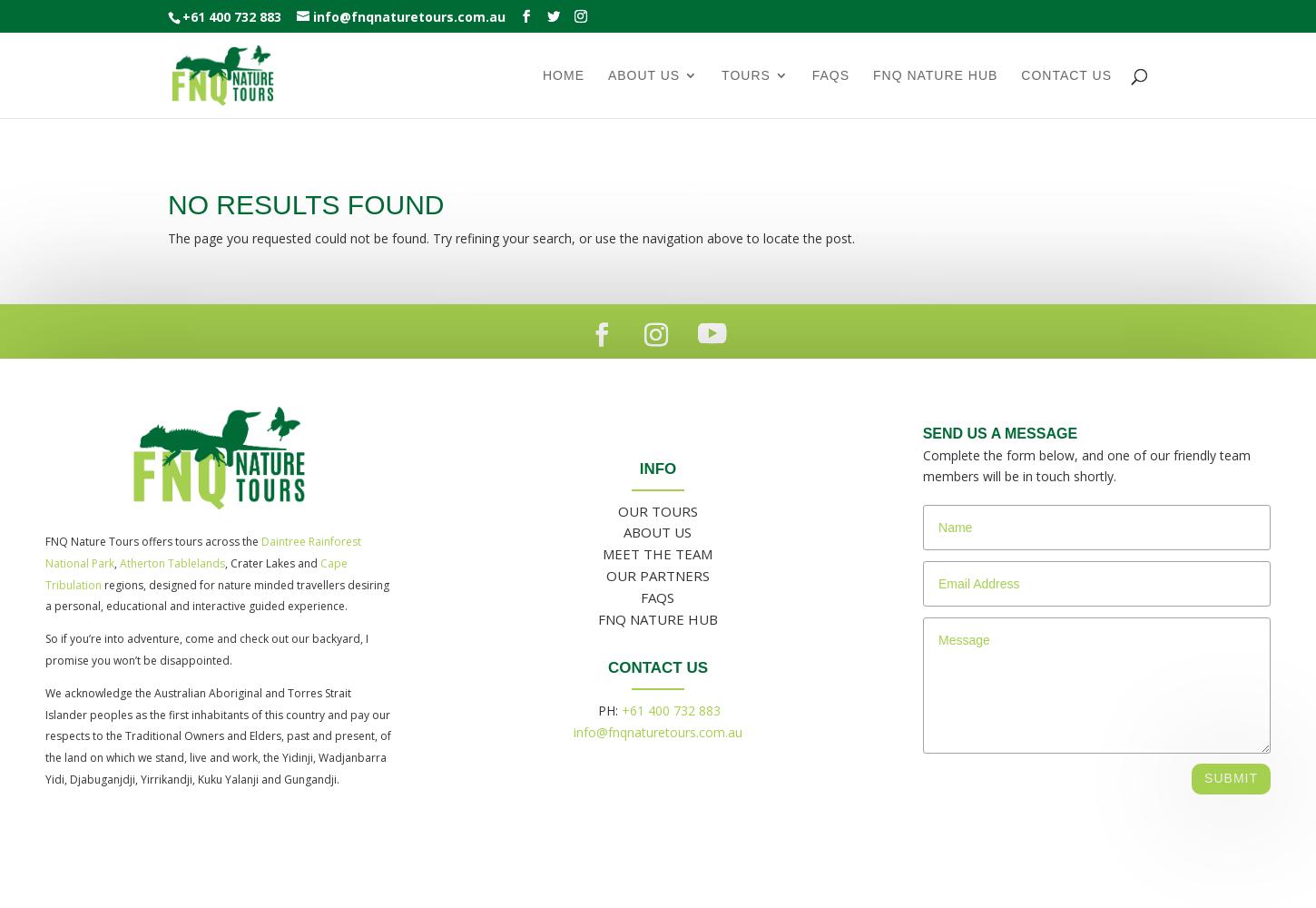 The width and height of the screenshot is (1316, 908). What do you see at coordinates (793, 380) in the screenshot?
I see `'Multi-Day Tours'` at bounding box center [793, 380].